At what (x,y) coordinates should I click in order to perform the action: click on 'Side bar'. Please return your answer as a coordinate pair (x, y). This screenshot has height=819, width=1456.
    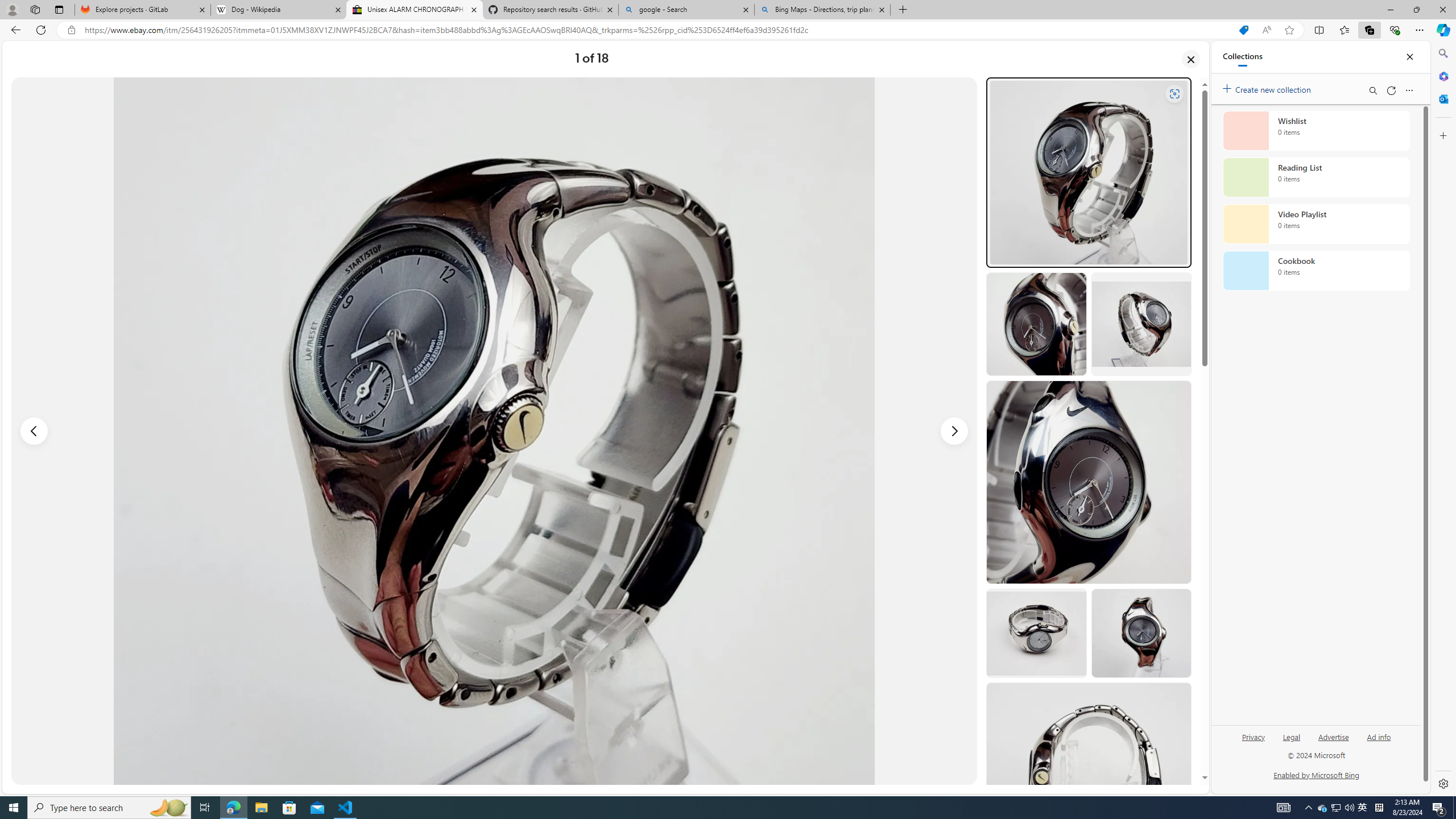
    Looking at the image, I should click on (1443, 418).